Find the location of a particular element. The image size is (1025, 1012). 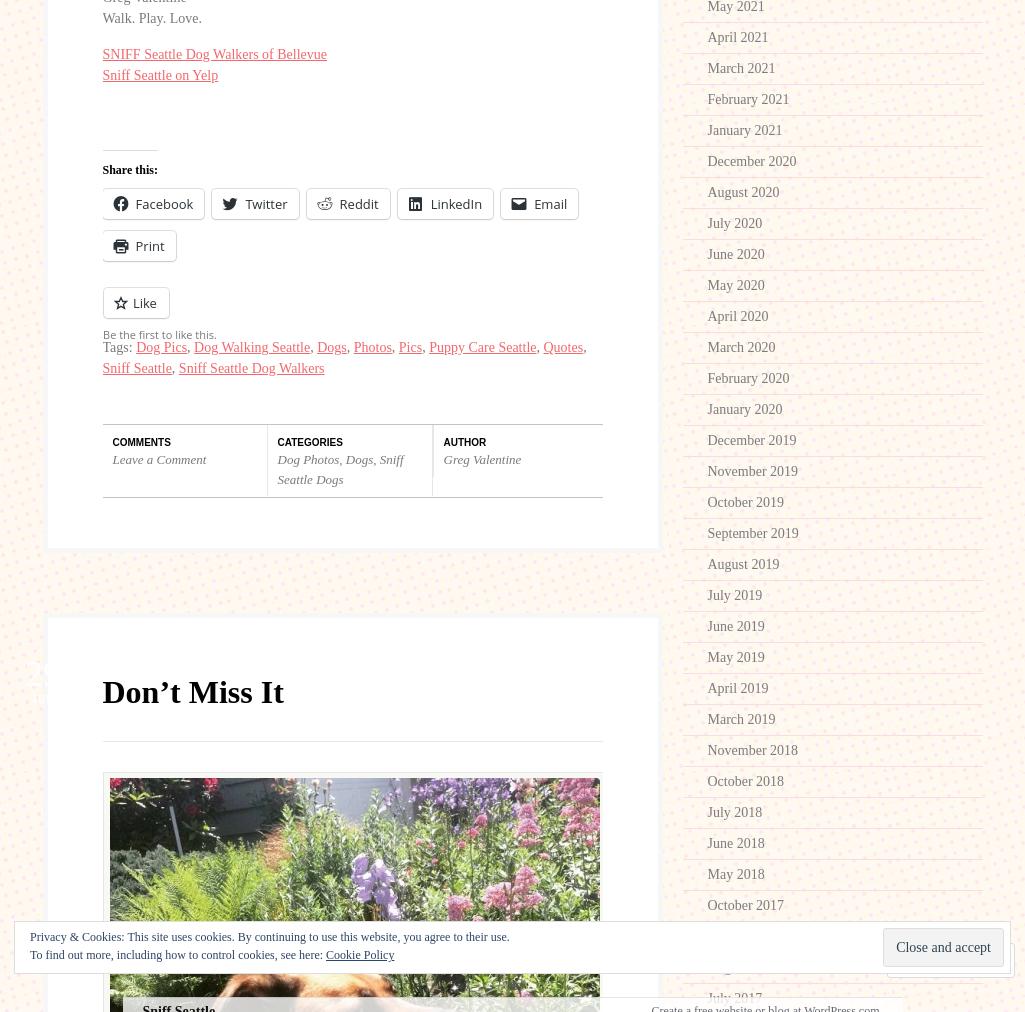

'Email' is located at coordinates (549, 204).